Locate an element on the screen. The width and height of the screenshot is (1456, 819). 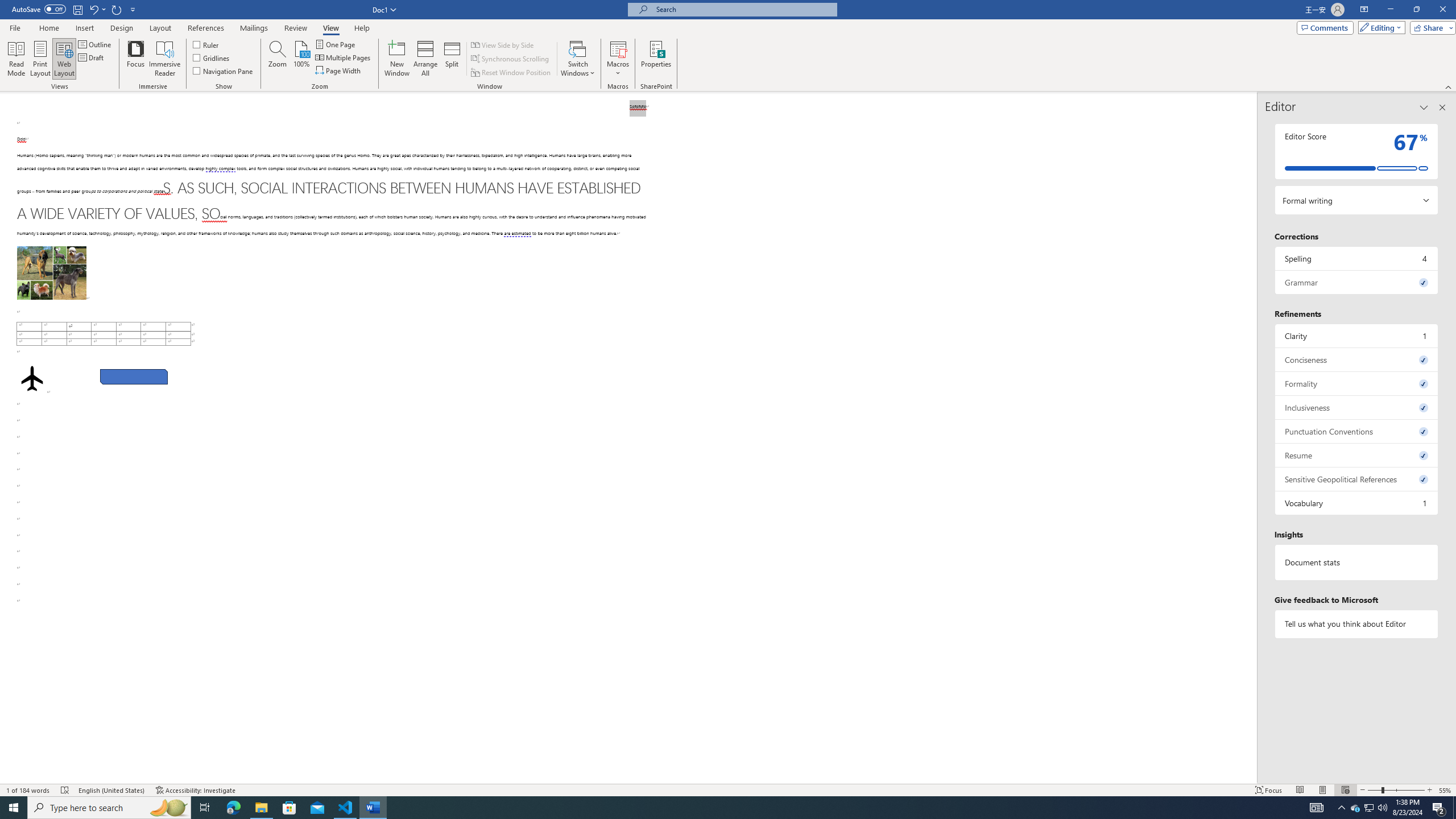
'Undo Paragraph Alignment' is located at coordinates (97, 9).